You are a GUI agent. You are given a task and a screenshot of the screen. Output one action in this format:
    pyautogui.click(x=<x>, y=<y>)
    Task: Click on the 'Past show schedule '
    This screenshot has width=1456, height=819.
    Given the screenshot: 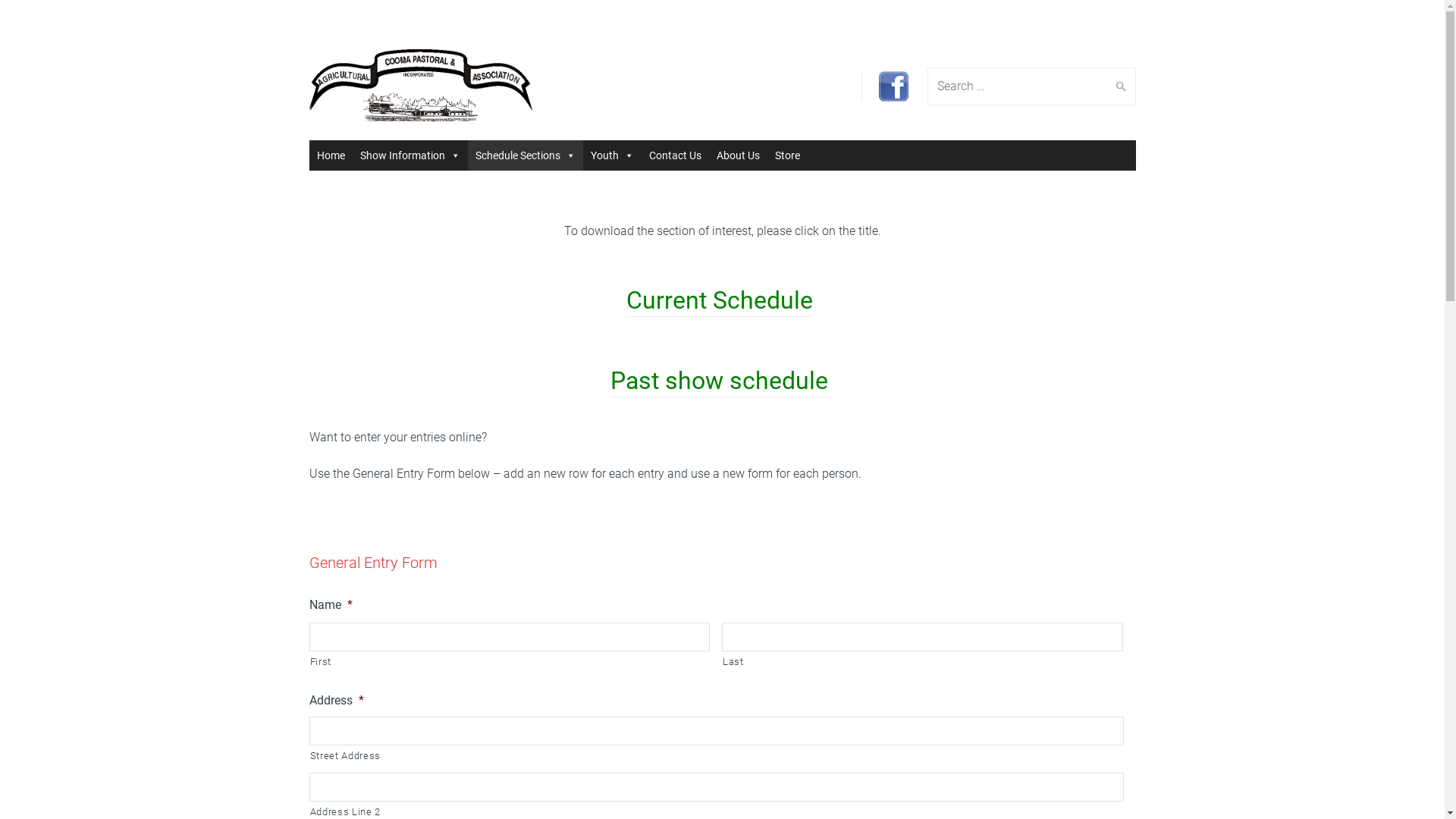 What is the action you would take?
    pyautogui.click(x=721, y=380)
    